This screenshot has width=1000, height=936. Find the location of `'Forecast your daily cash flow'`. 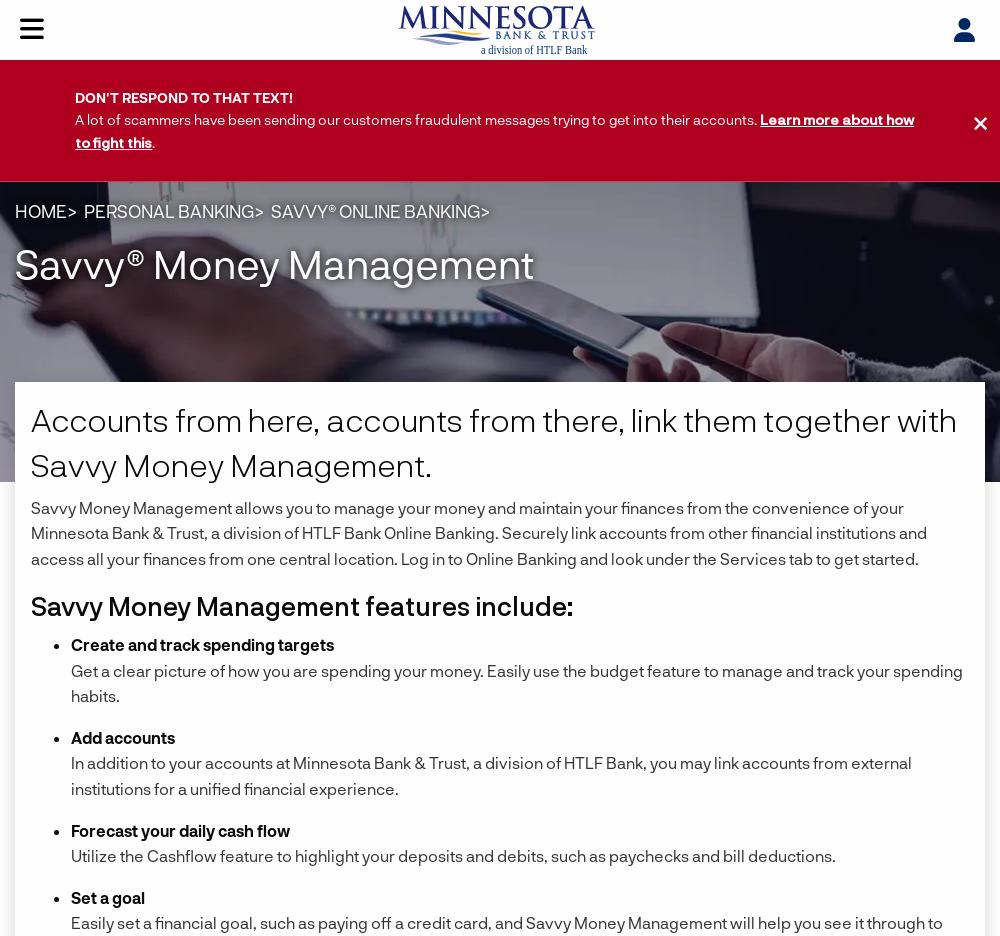

'Forecast your daily cash flow' is located at coordinates (180, 829).